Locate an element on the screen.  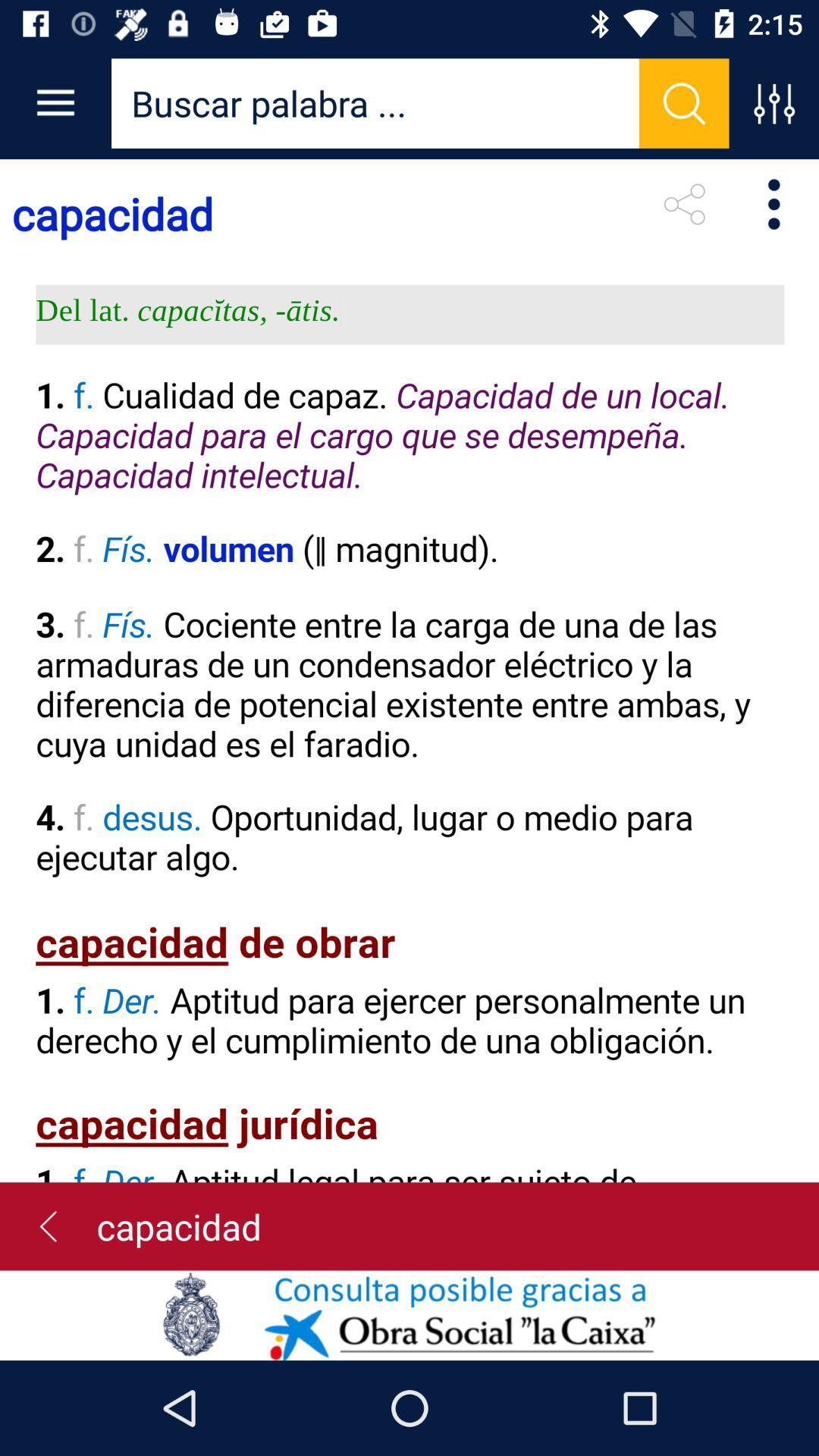
the more icon is located at coordinates (773, 203).